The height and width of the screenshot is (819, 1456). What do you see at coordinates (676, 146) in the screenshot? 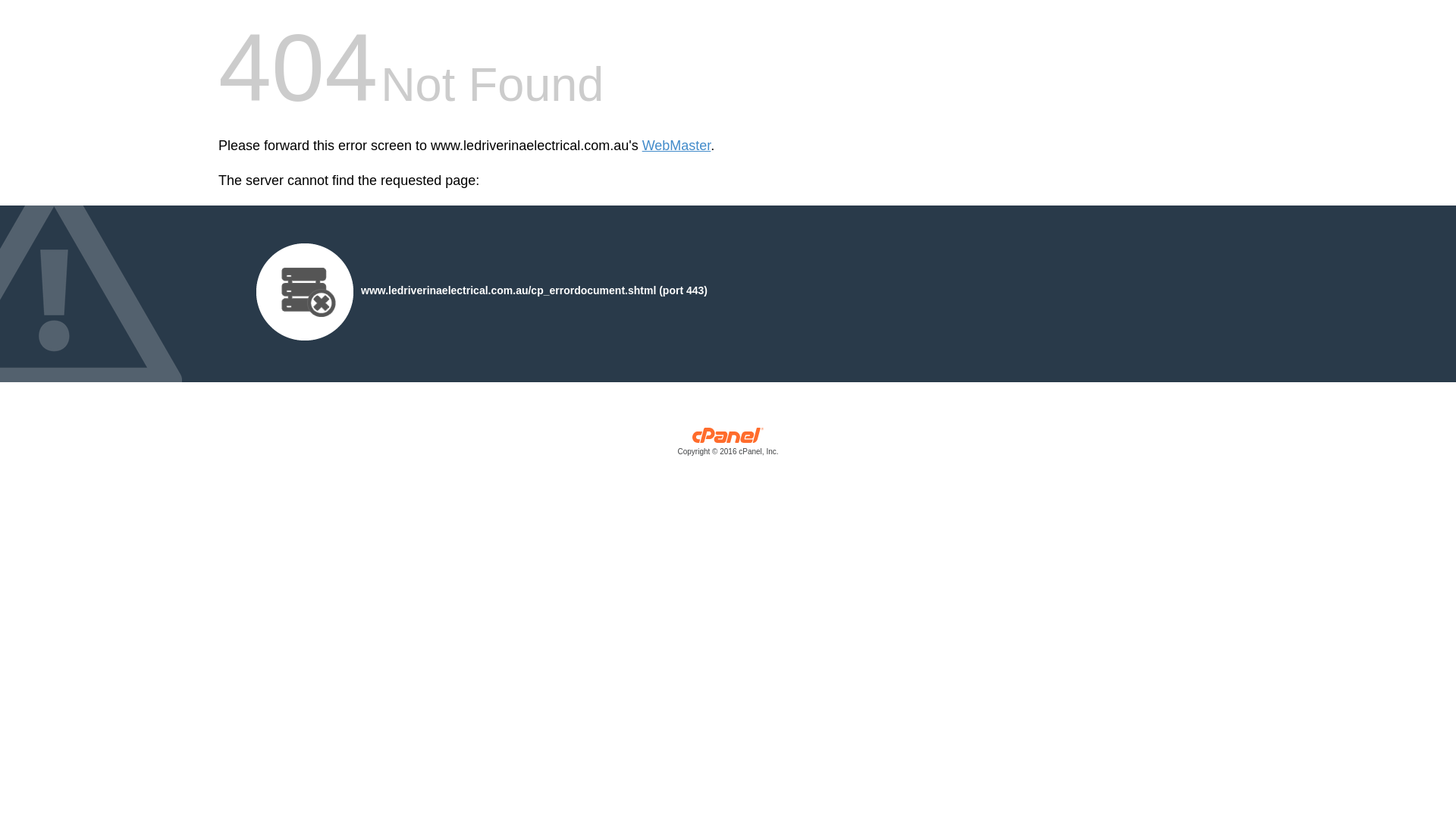
I see `'WebMaster'` at bounding box center [676, 146].